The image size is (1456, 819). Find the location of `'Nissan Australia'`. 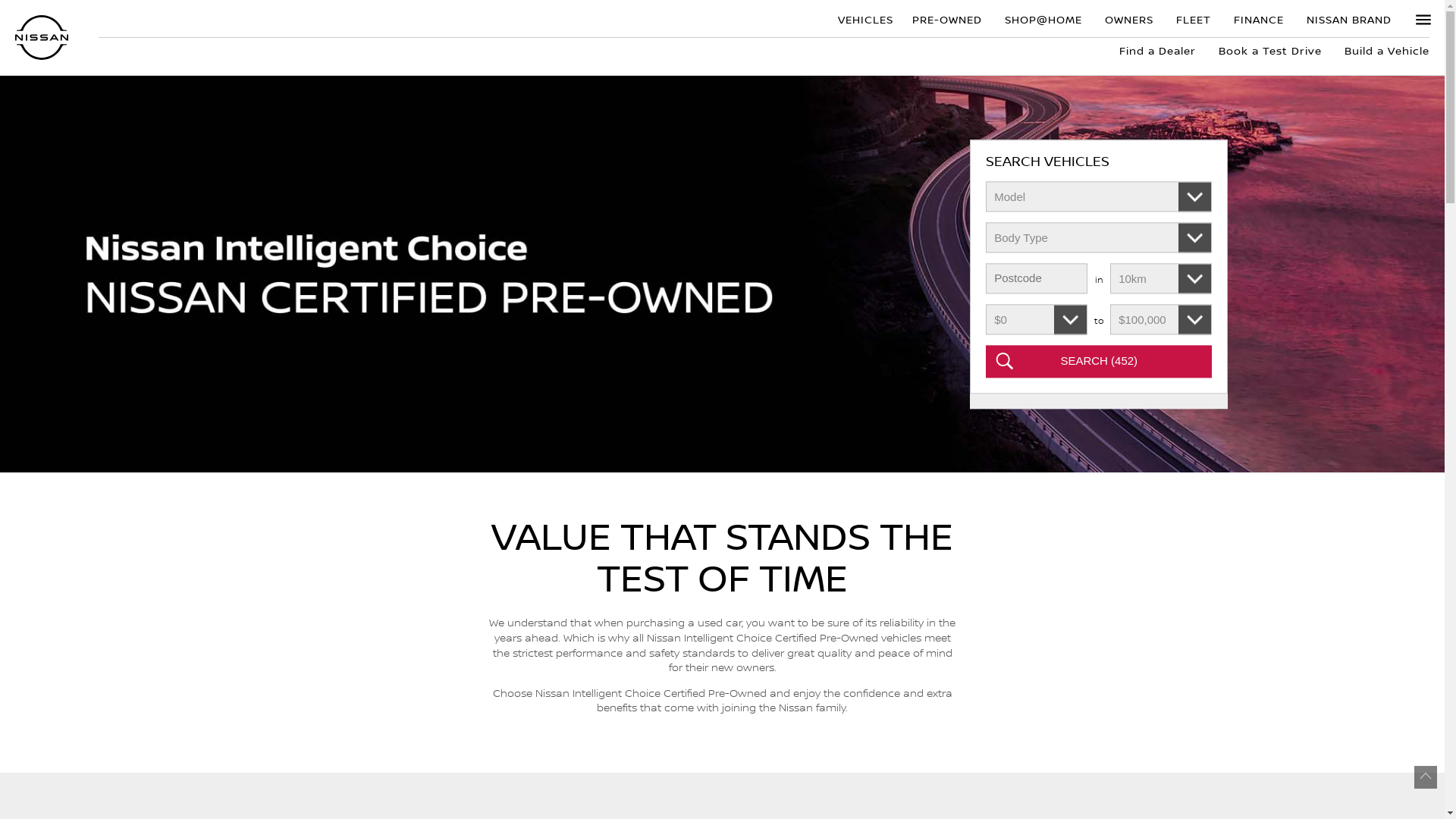

'Nissan Australia' is located at coordinates (14, 36).